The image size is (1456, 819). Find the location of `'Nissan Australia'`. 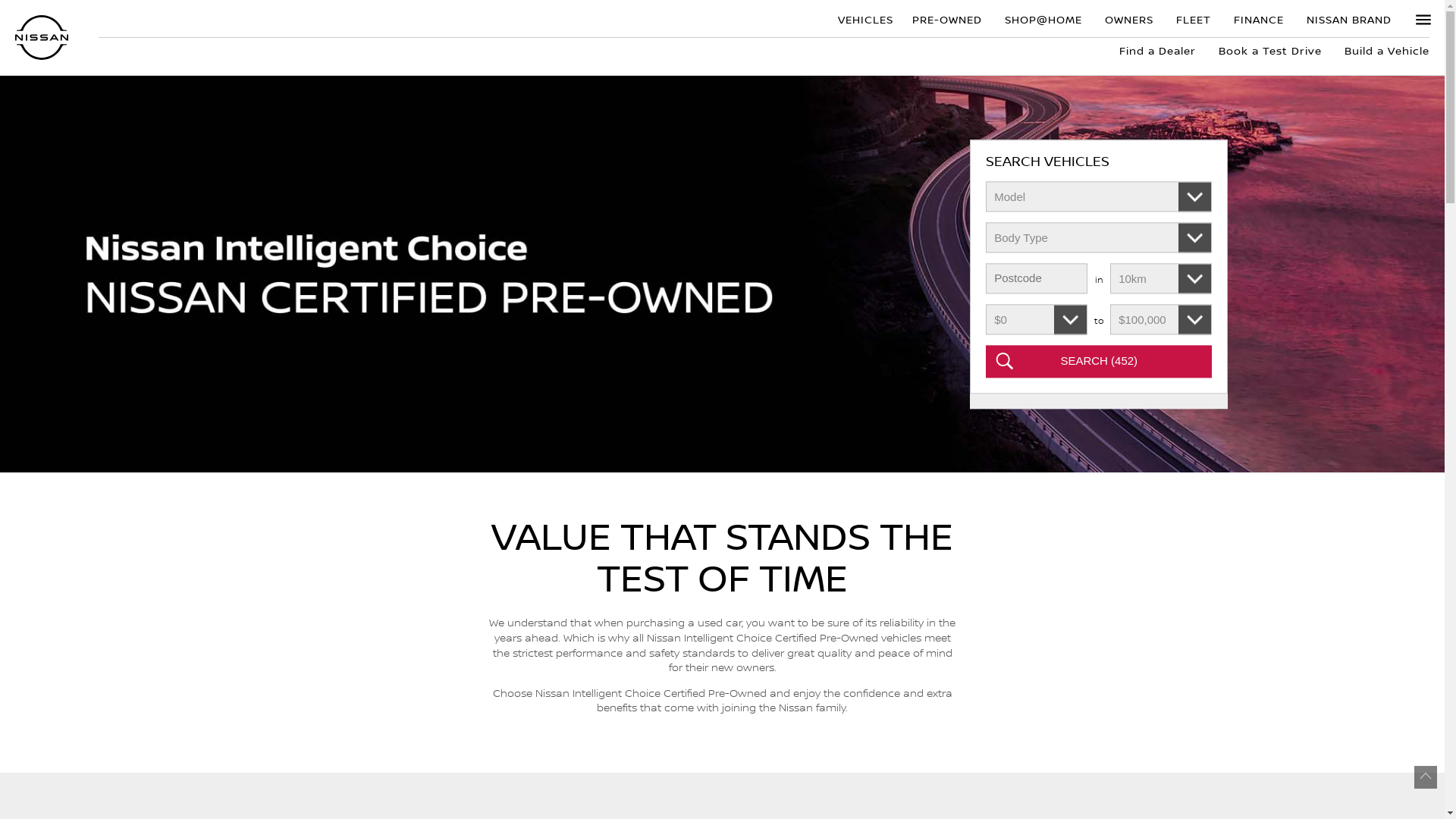

'Nissan Australia' is located at coordinates (14, 36).